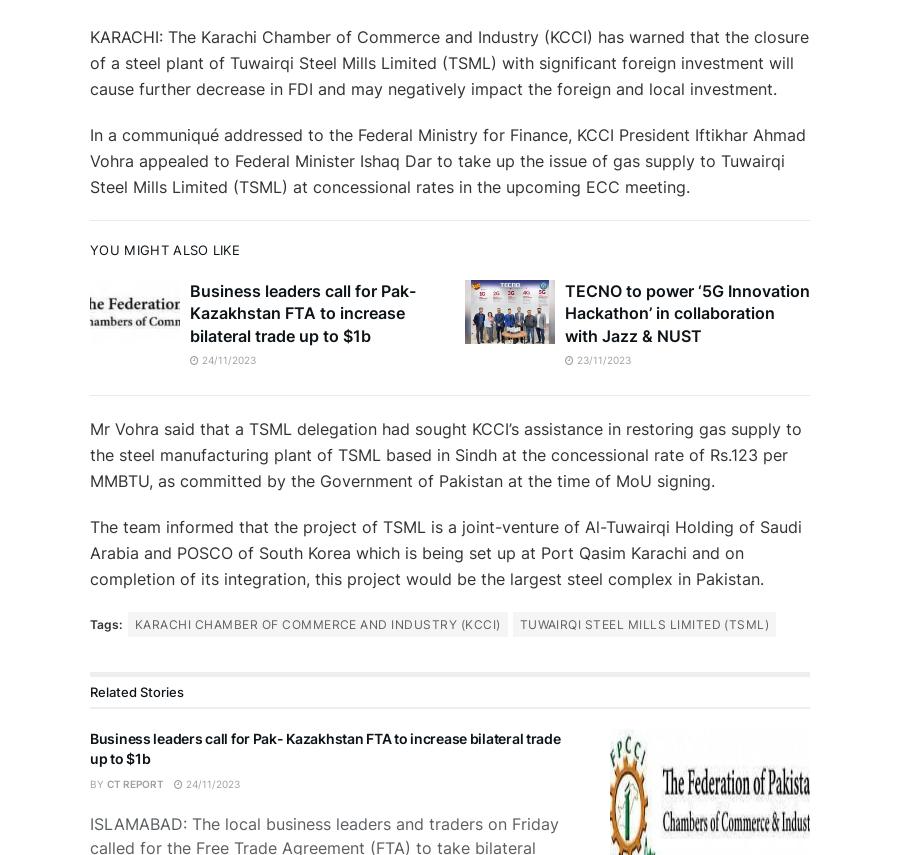 The image size is (900, 855). Describe the element at coordinates (602, 359) in the screenshot. I see `'23/11/2023'` at that location.